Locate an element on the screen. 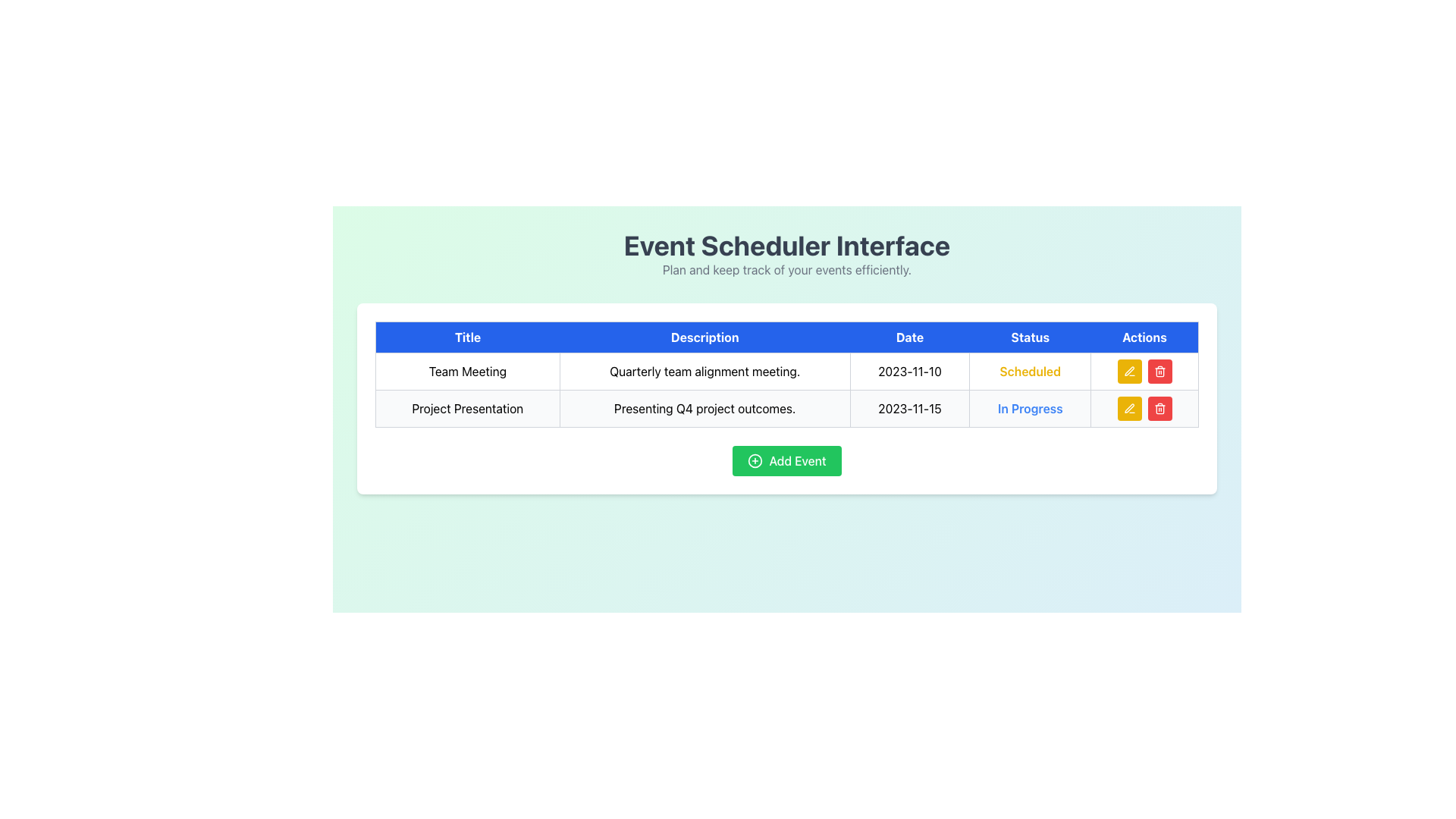 The width and height of the screenshot is (1456, 819). the static text label indicating the title of the 'Team Meeting' event in the scheduling table, located in the leftmost column under the 'Title' header is located at coordinates (466, 371).